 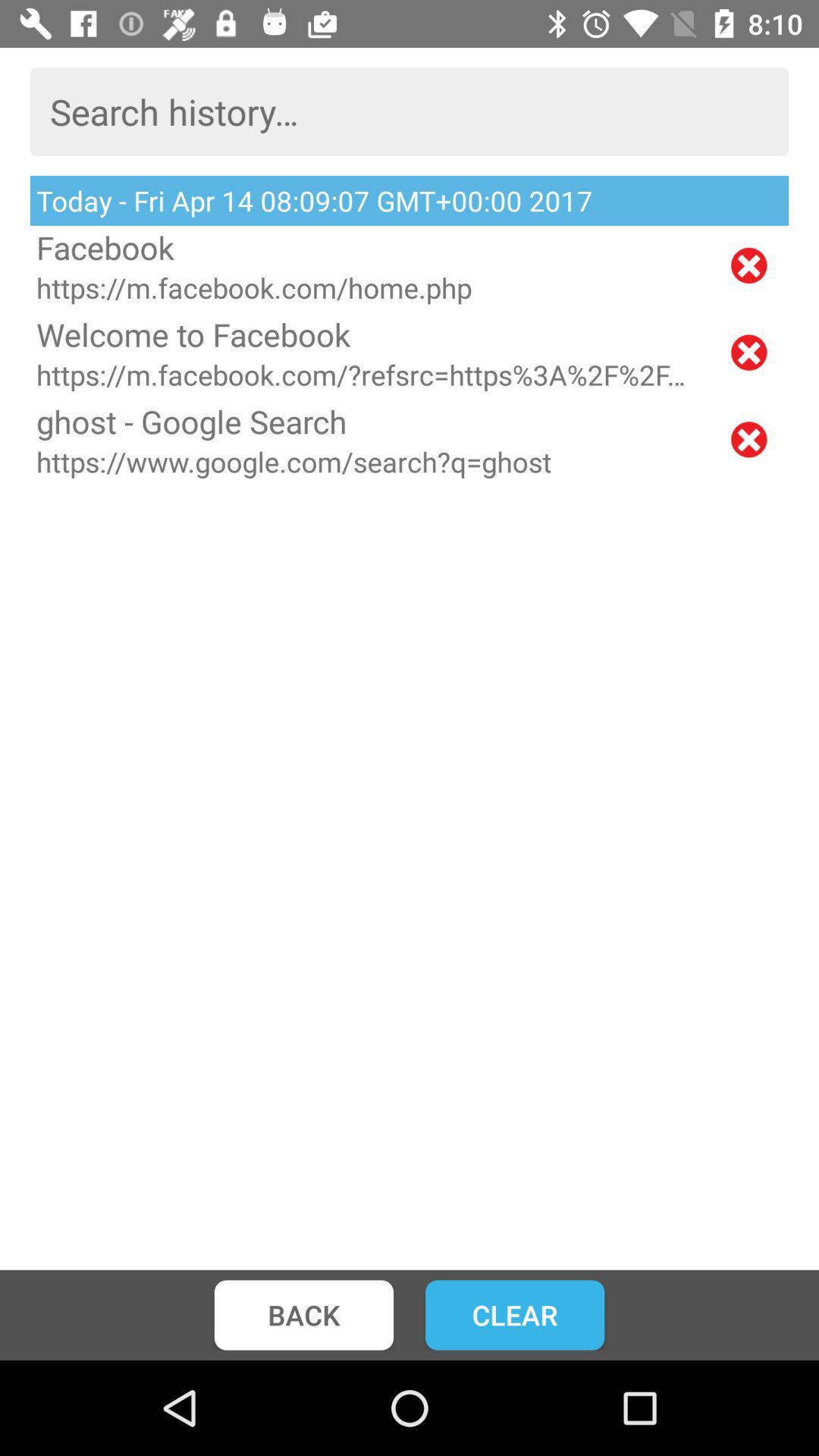 I want to click on the back, so click(x=303, y=1314).